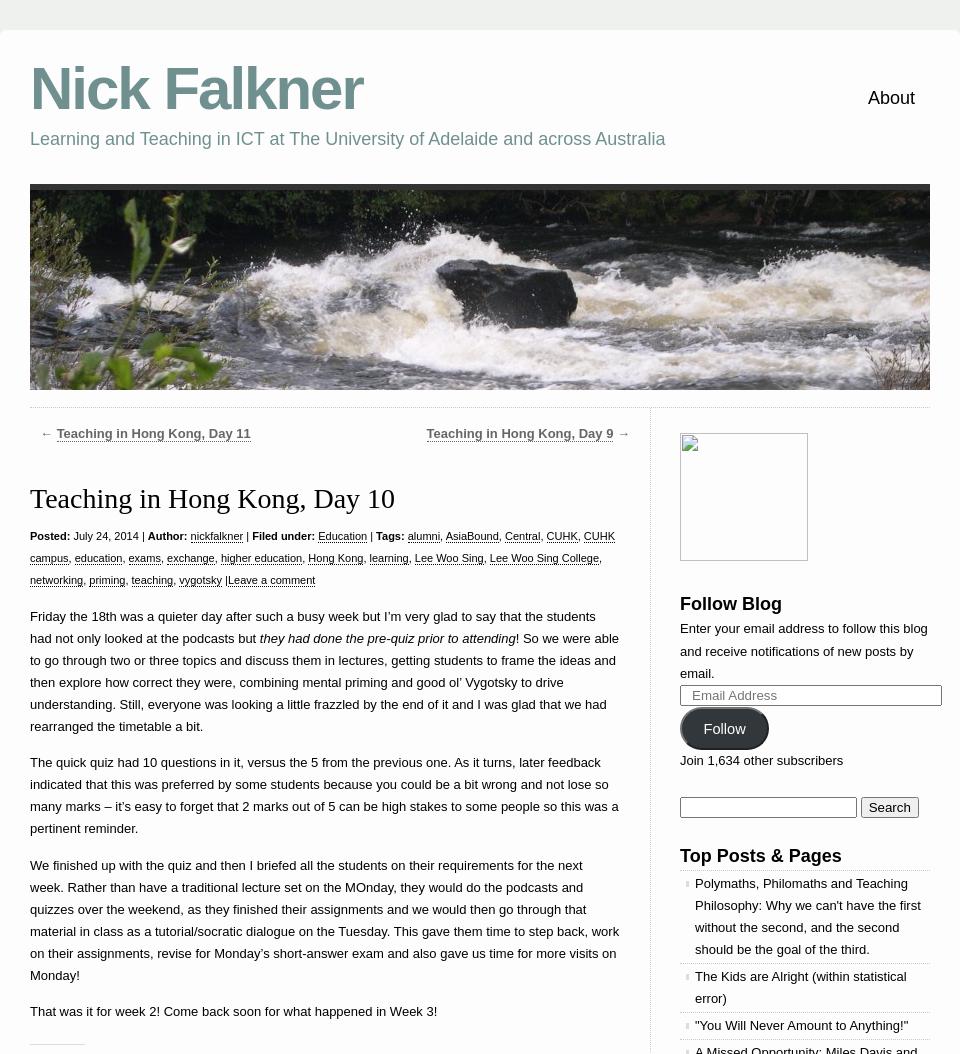  What do you see at coordinates (561, 535) in the screenshot?
I see `'CUHK'` at bounding box center [561, 535].